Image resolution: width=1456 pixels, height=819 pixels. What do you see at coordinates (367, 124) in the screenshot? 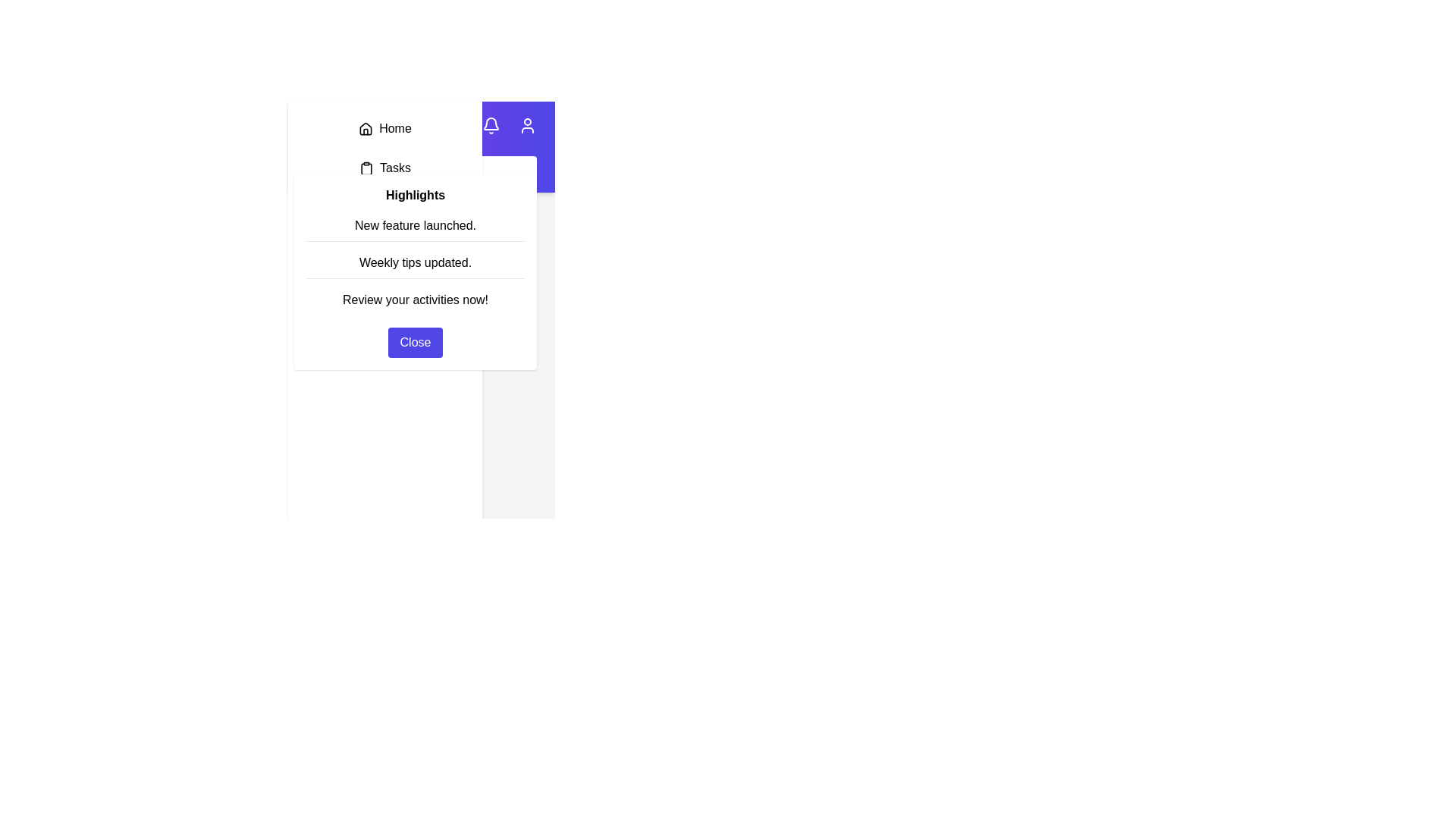
I see `the 'My Activity' label, which is a bold text component accompanied by an icon, located at the top left of the interface` at bounding box center [367, 124].